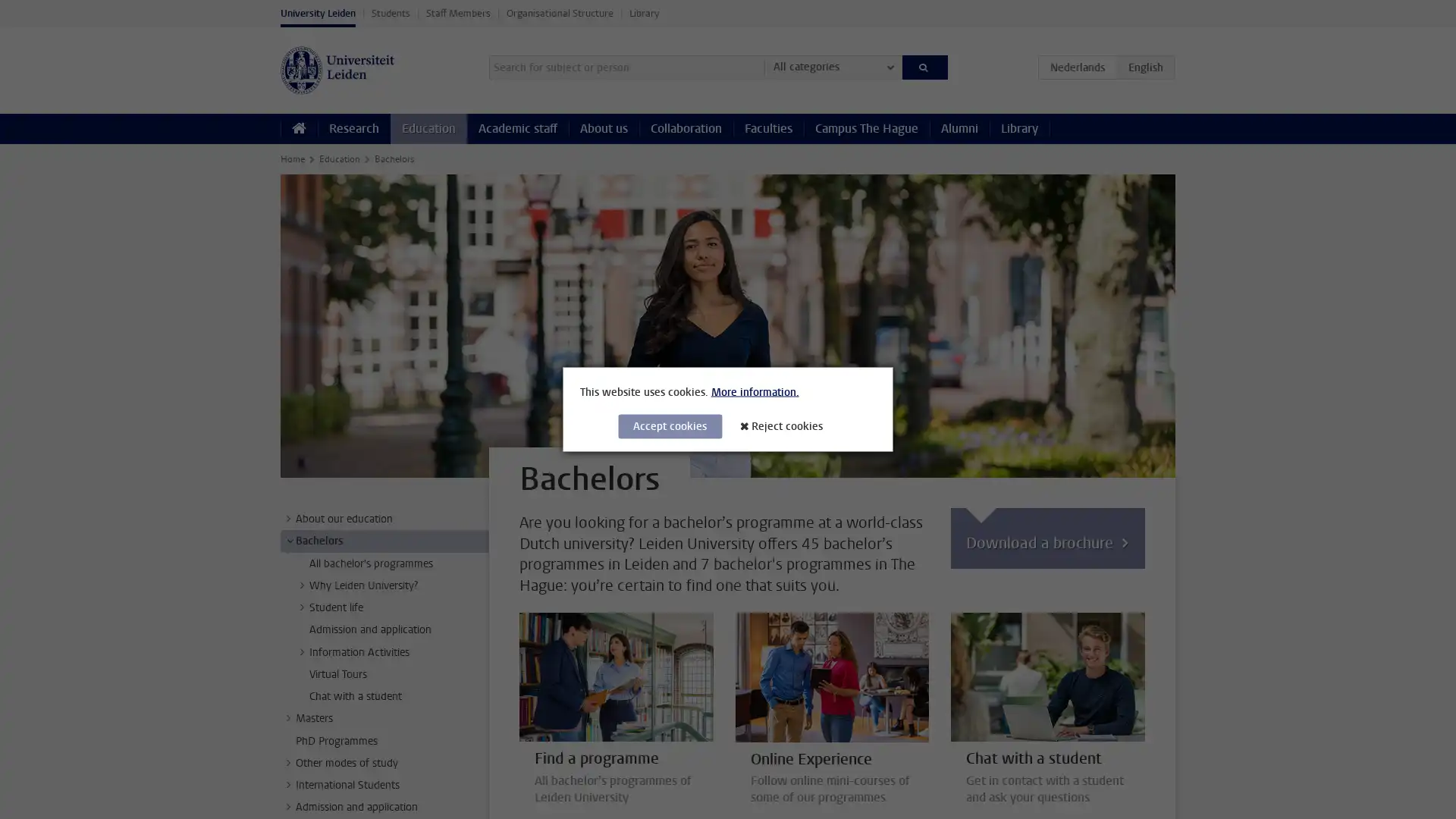 This screenshot has width=1456, height=819. Describe the element at coordinates (288, 806) in the screenshot. I see `>` at that location.